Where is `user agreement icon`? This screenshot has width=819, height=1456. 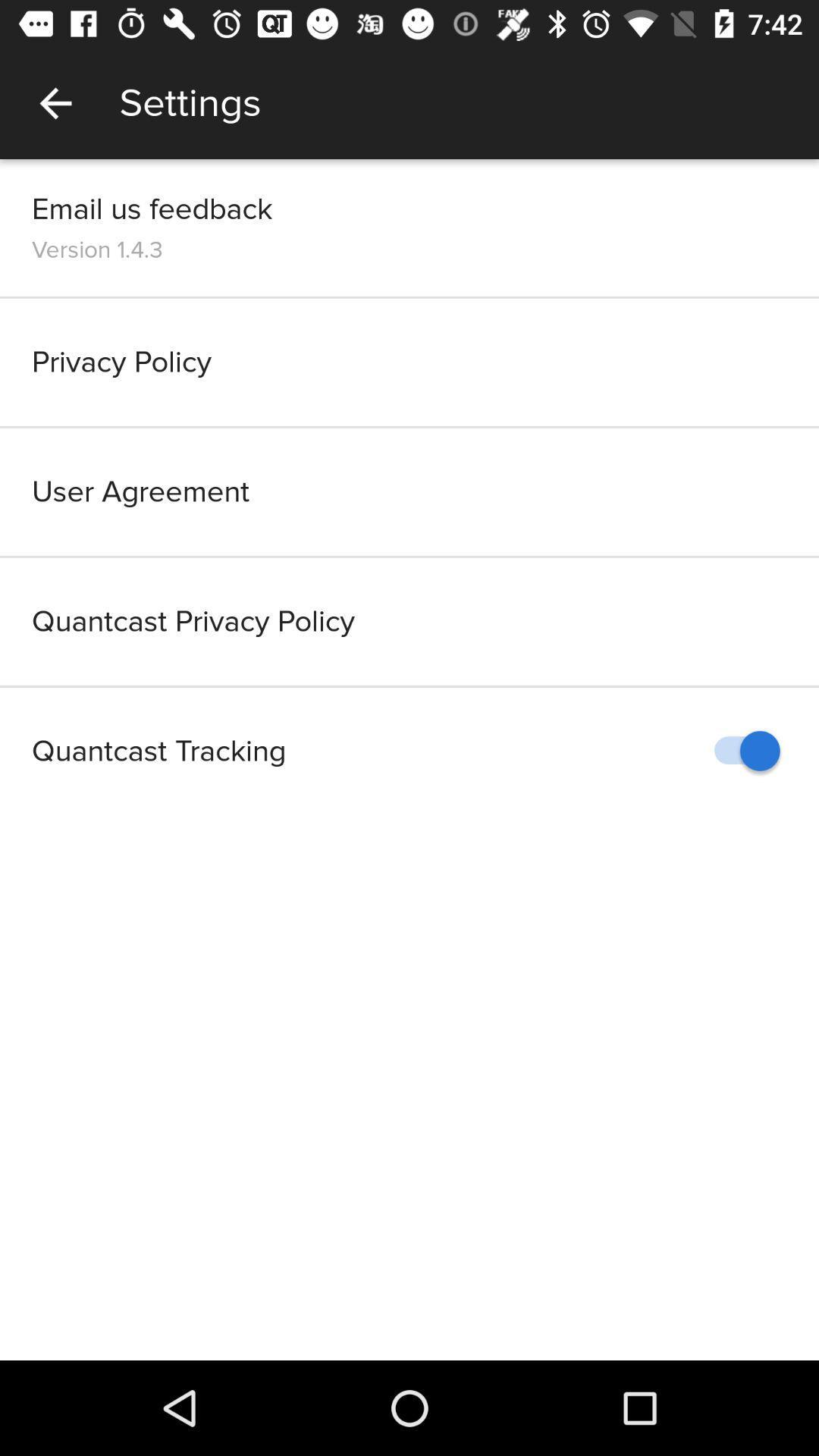
user agreement icon is located at coordinates (409, 491).